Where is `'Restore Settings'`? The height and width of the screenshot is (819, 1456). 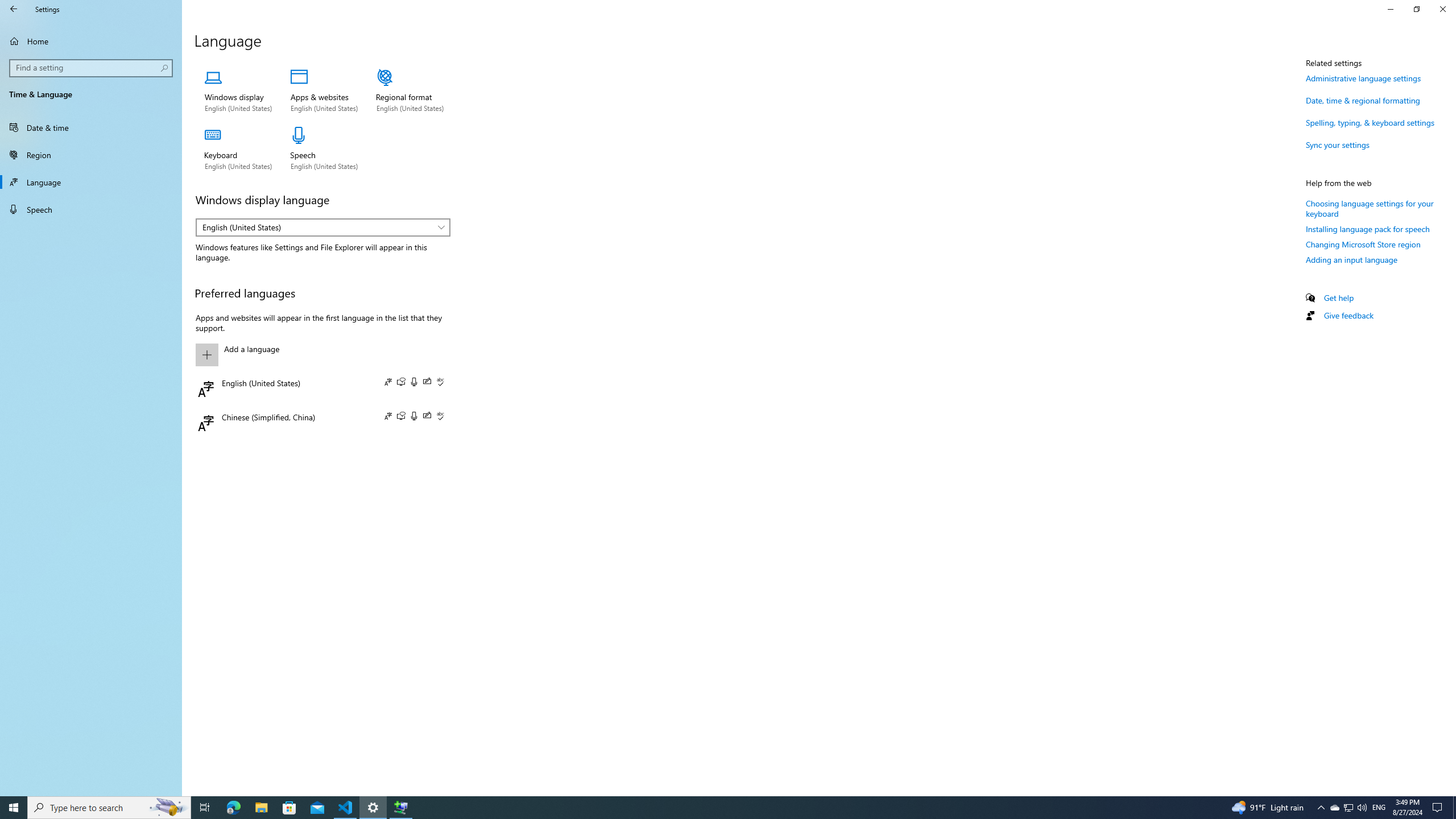 'Restore Settings' is located at coordinates (1416, 9).